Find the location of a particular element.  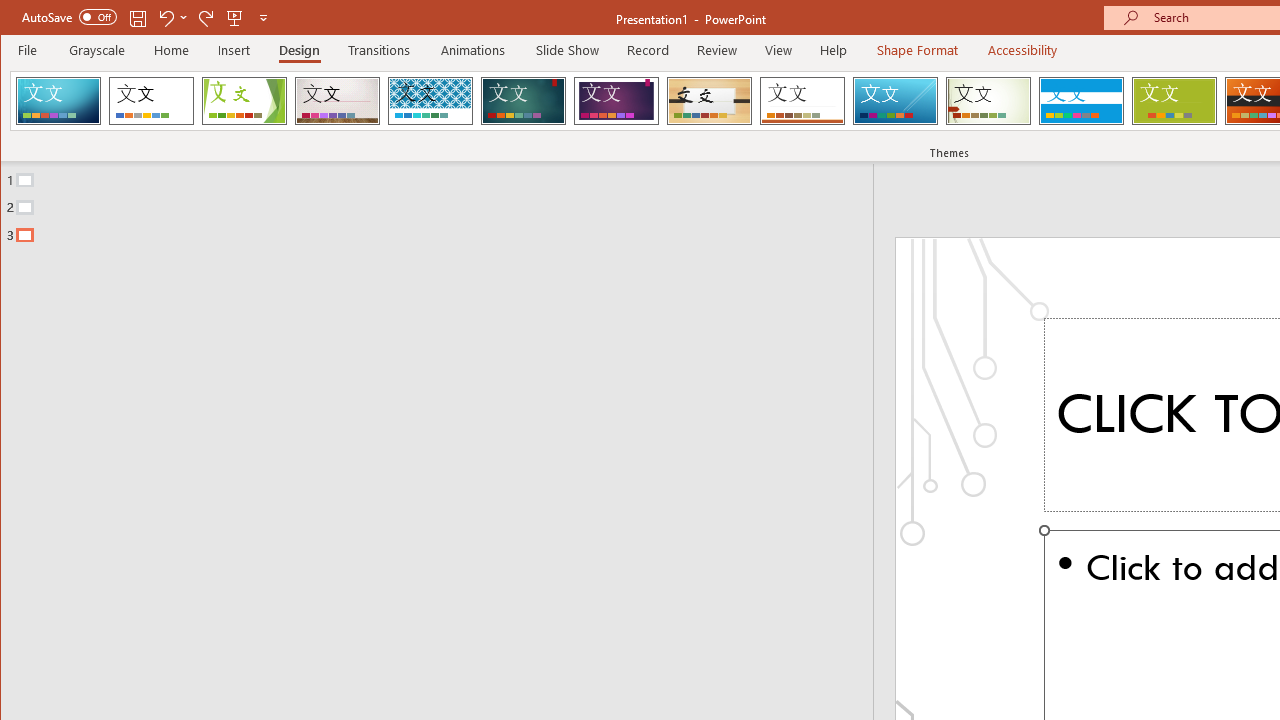

'Ion Boardroom' is located at coordinates (615, 100).